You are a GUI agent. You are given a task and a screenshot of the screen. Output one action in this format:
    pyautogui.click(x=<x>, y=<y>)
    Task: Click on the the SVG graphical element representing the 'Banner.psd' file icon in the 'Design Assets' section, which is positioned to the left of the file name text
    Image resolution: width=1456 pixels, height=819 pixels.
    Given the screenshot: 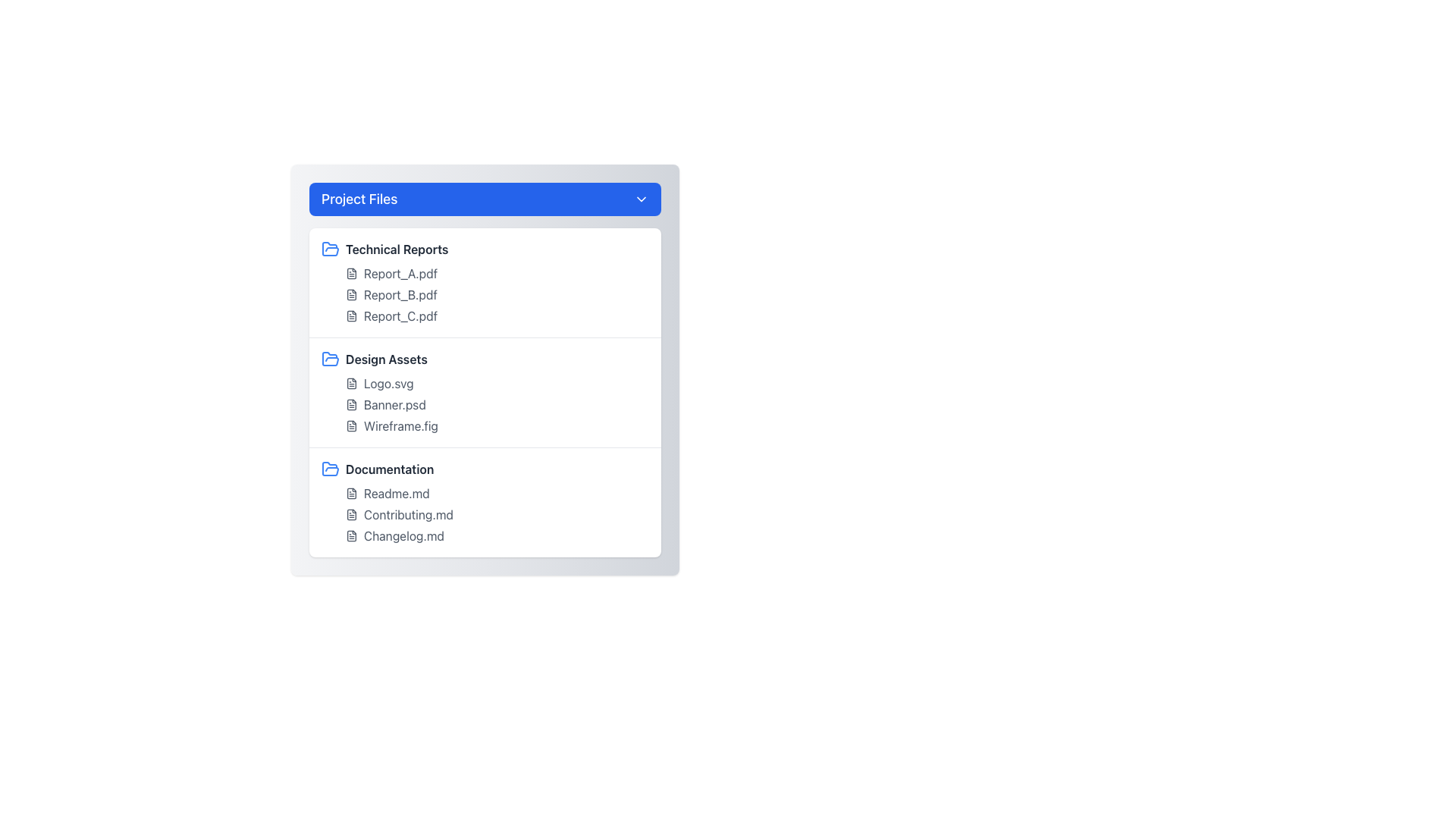 What is the action you would take?
    pyautogui.click(x=351, y=403)
    